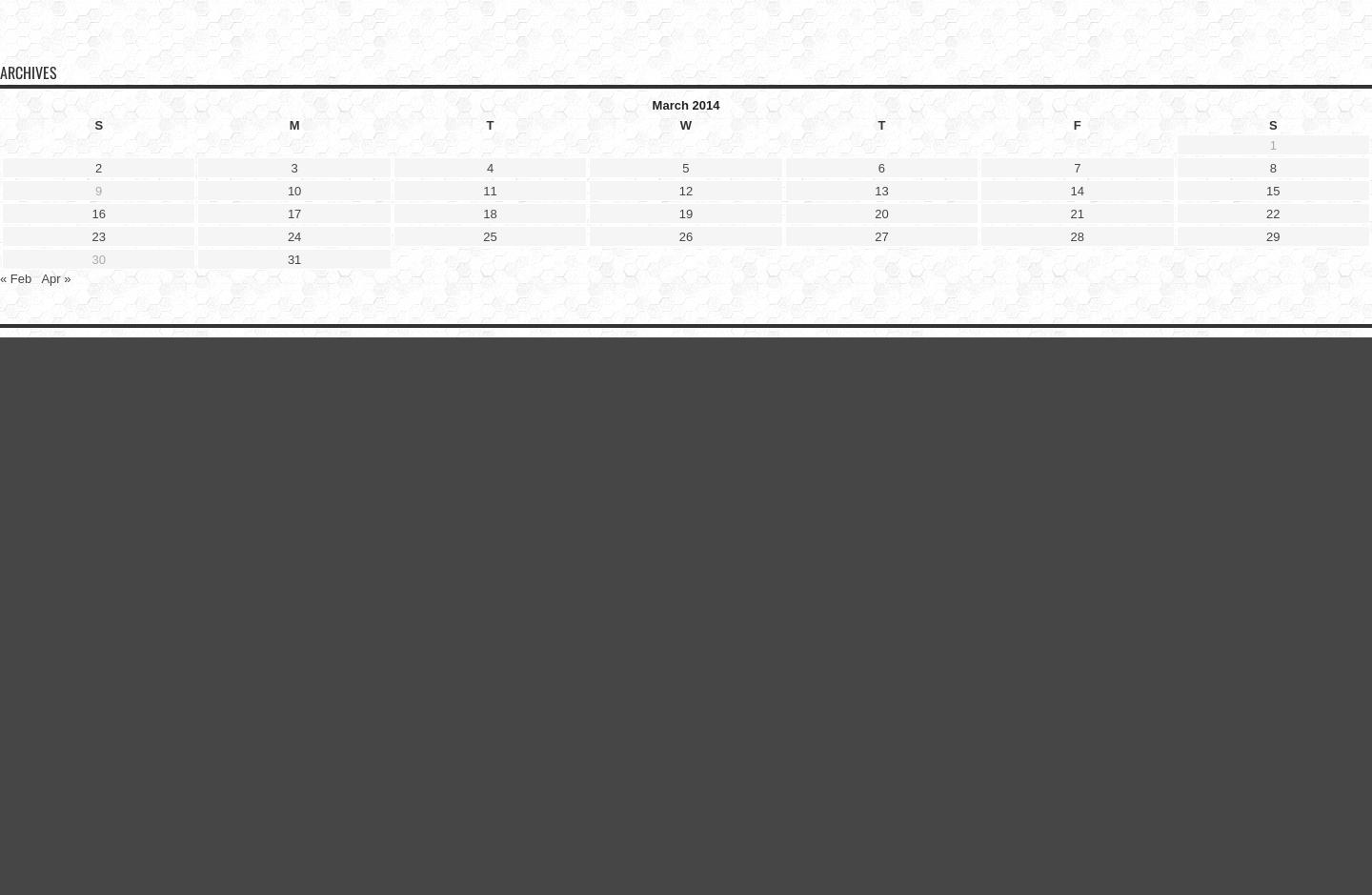 This screenshot has height=895, width=1372. I want to click on 'March 2014', so click(685, 103).